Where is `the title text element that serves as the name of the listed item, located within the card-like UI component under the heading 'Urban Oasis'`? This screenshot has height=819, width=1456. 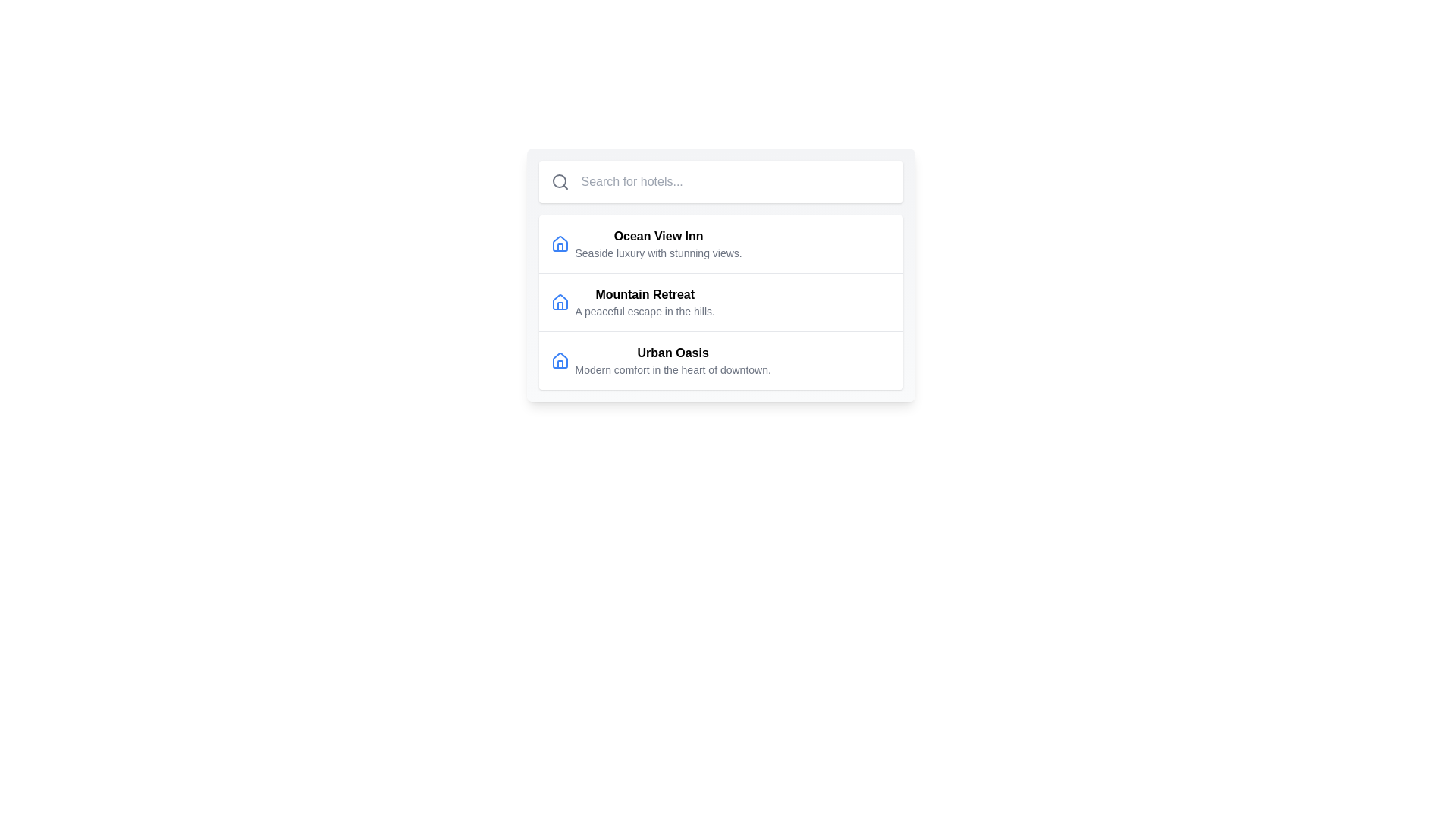 the title text element that serves as the name of the listed item, located within the card-like UI component under the heading 'Urban Oasis' is located at coordinates (672, 353).